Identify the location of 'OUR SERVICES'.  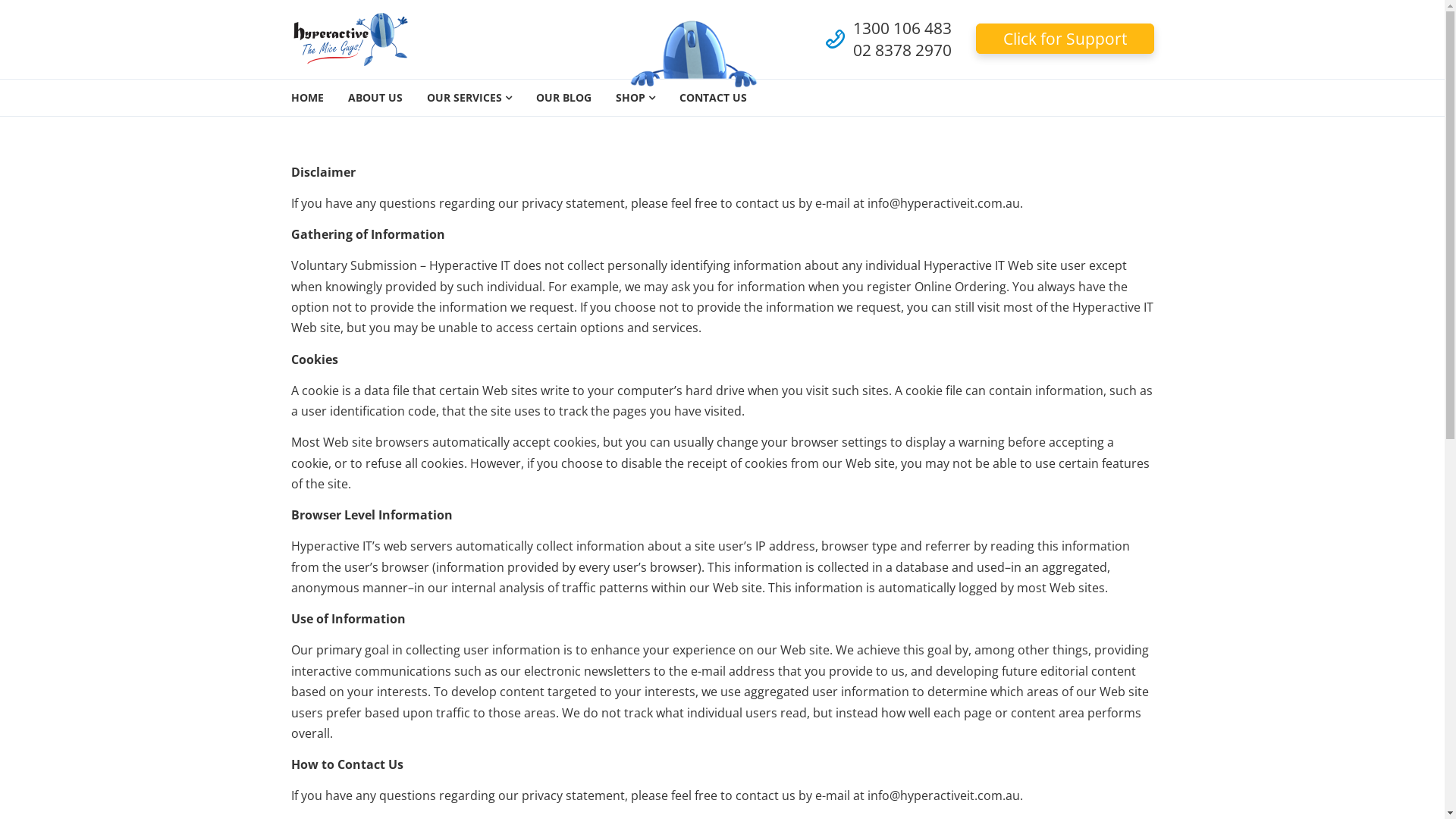
(468, 97).